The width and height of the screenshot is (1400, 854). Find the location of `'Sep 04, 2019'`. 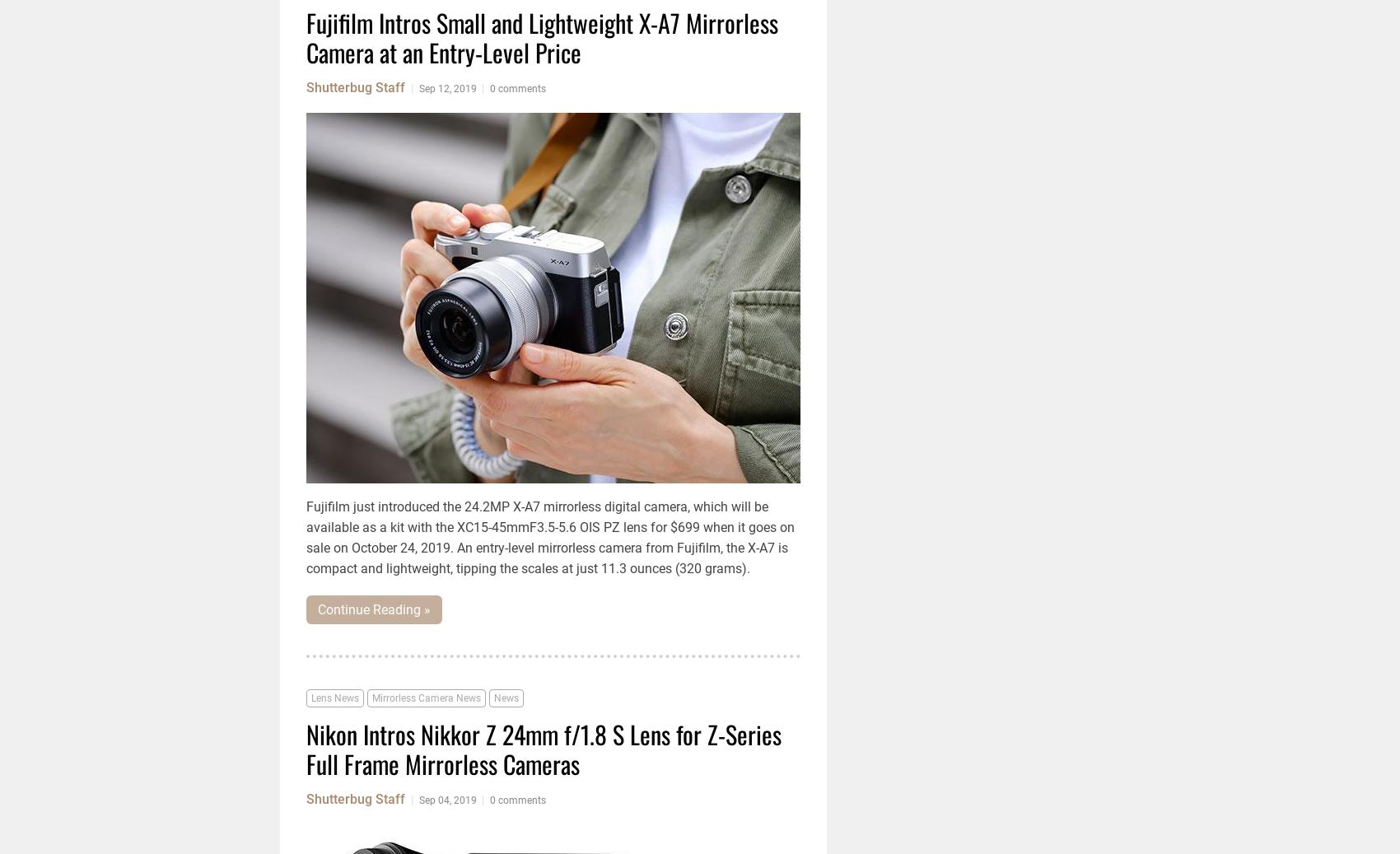

'Sep 04, 2019' is located at coordinates (447, 800).